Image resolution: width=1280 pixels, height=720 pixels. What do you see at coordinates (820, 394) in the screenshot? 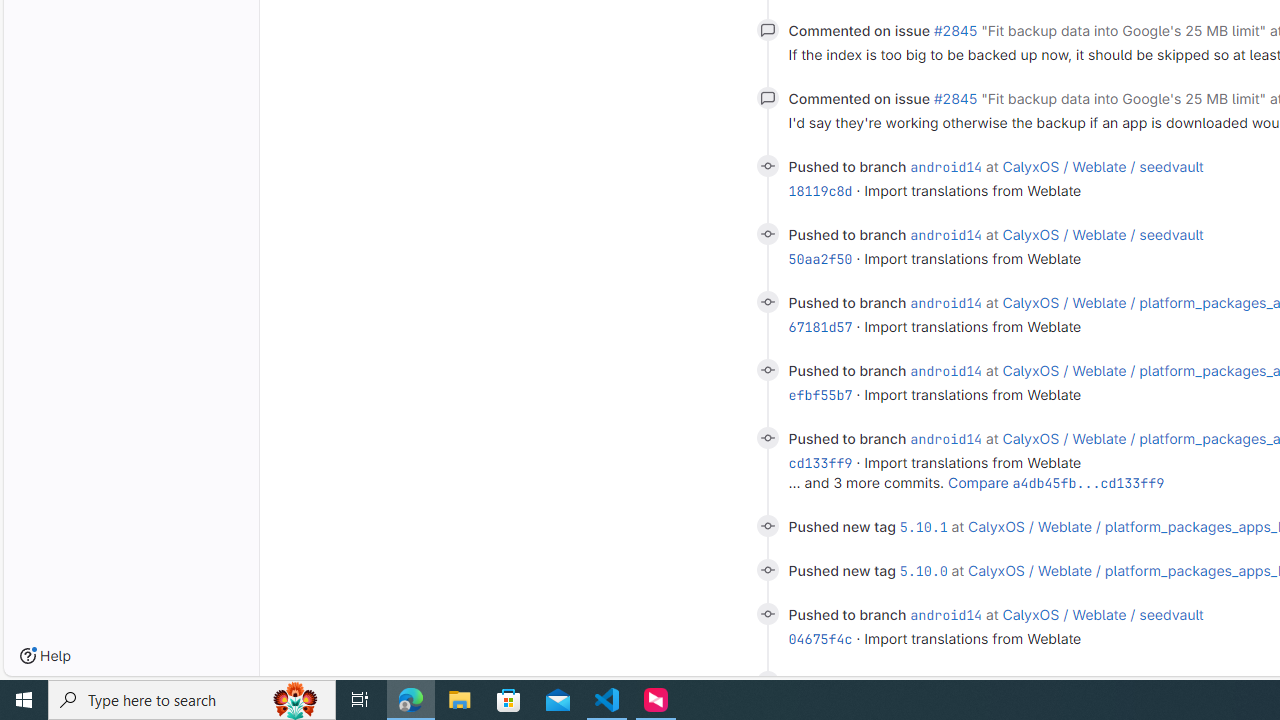
I see `'efbf55b7'` at bounding box center [820, 394].